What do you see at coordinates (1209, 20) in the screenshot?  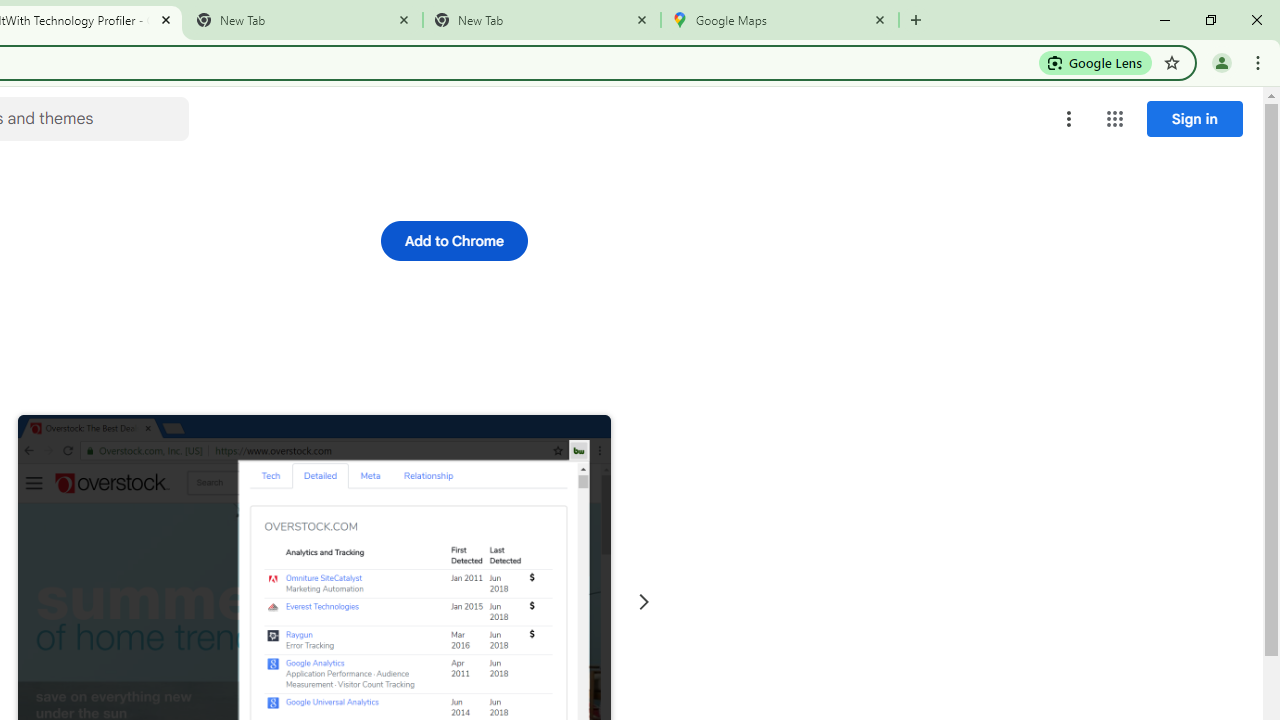 I see `'Restore'` at bounding box center [1209, 20].